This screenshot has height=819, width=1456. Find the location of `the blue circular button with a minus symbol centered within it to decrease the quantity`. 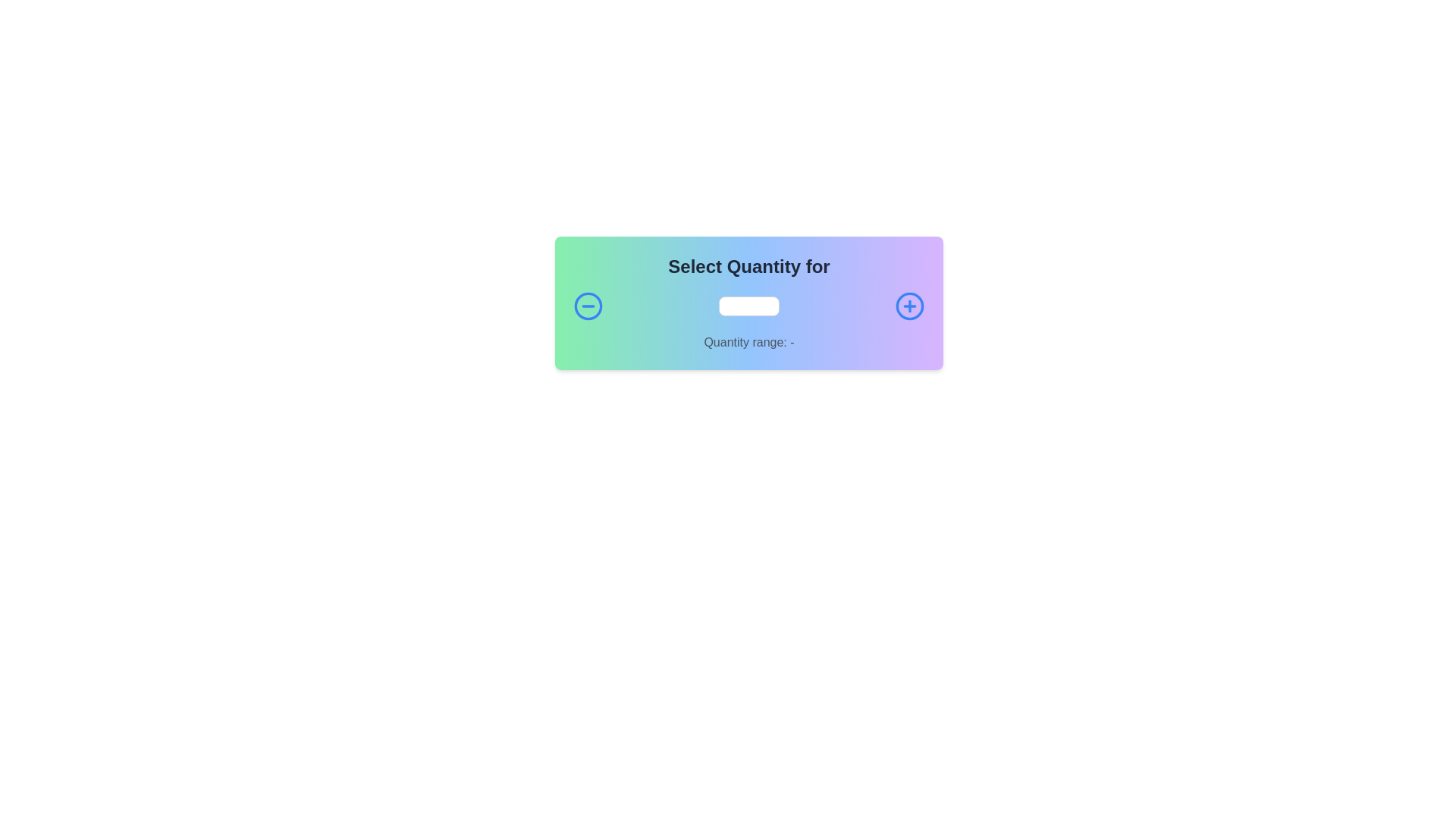

the blue circular button with a minus symbol centered within it to decrease the quantity is located at coordinates (588, 306).